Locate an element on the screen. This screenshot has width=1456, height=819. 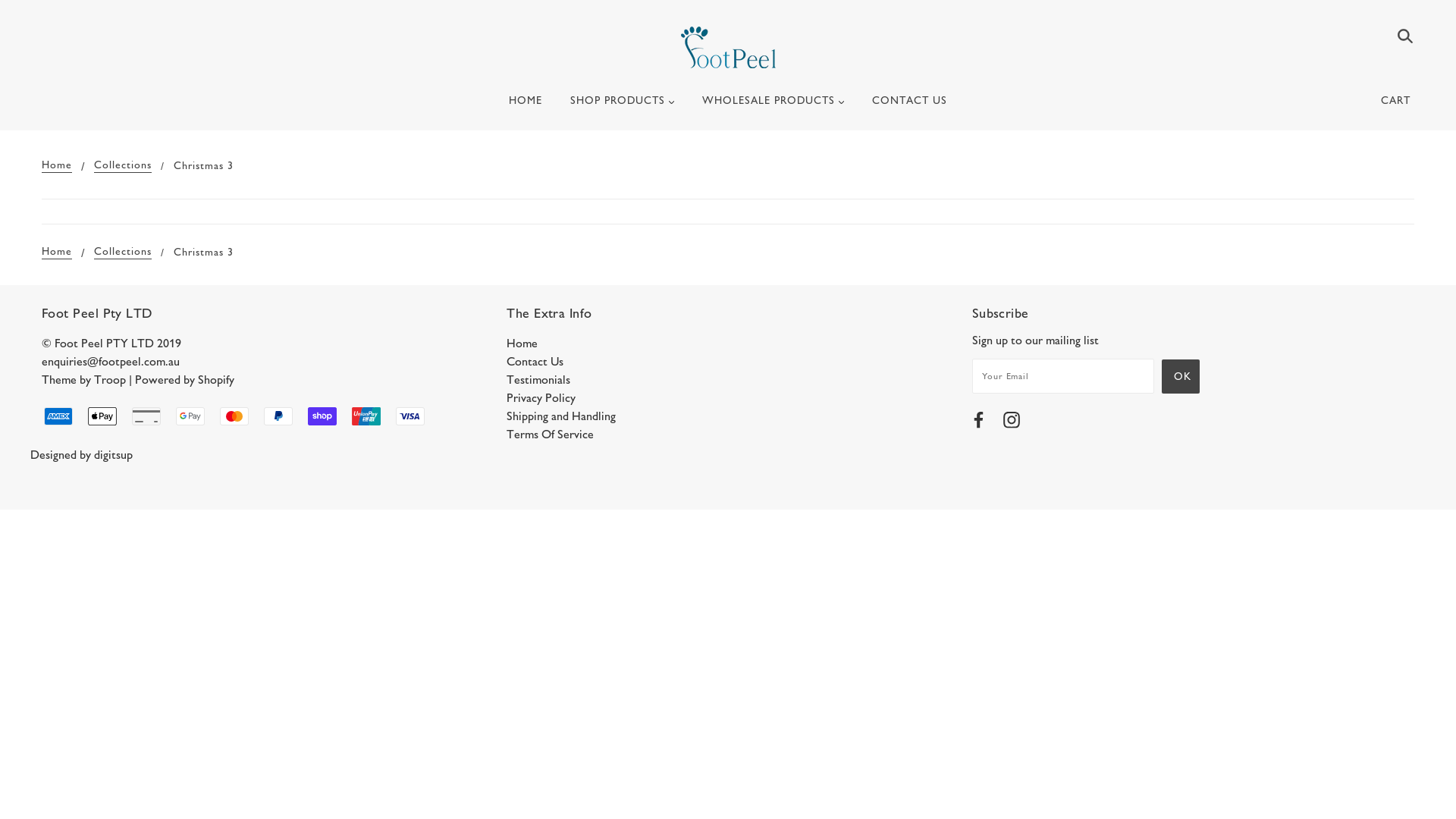
'Terms Of Service' is located at coordinates (549, 434).